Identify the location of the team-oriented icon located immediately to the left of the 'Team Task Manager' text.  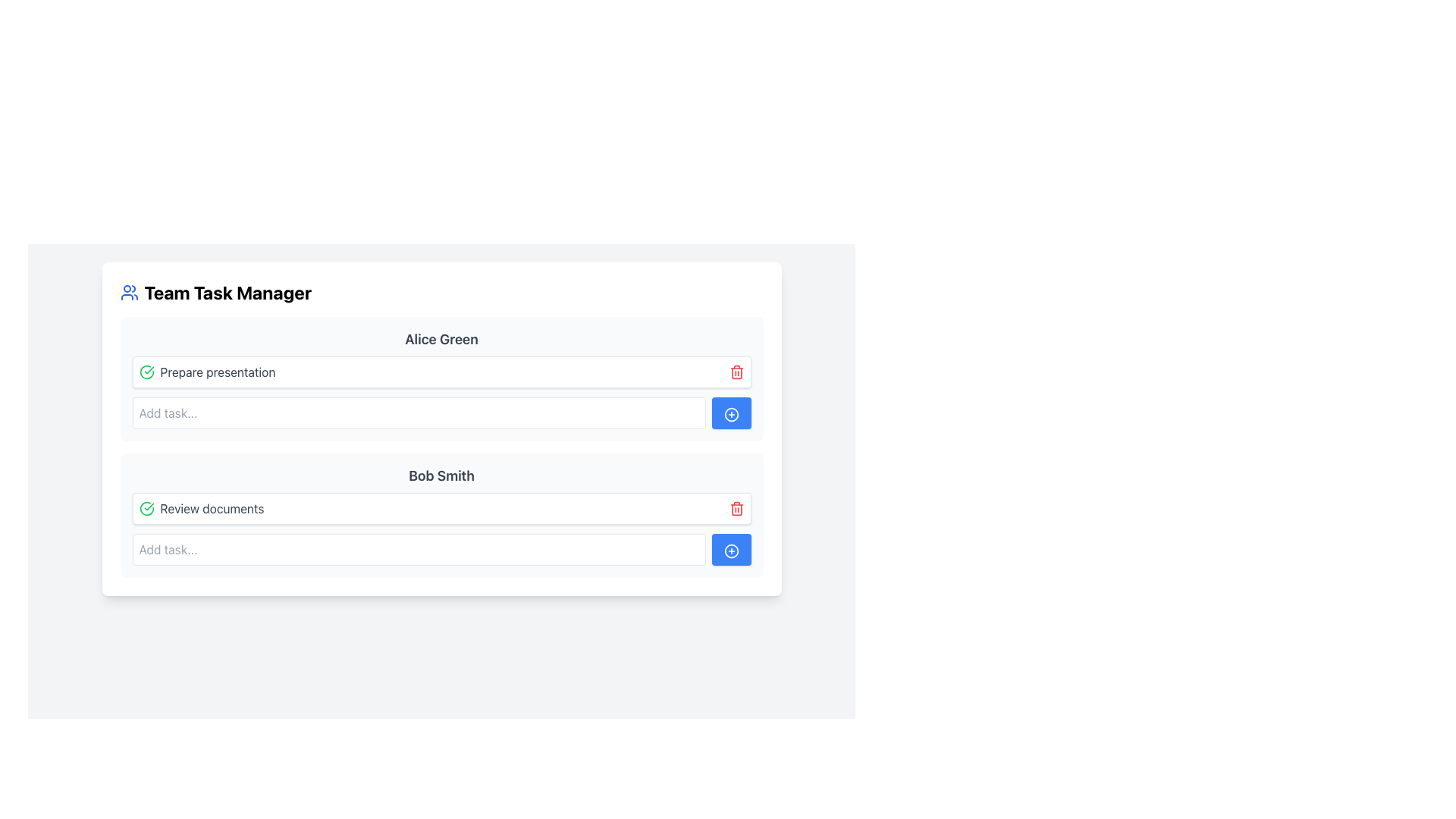
(129, 292).